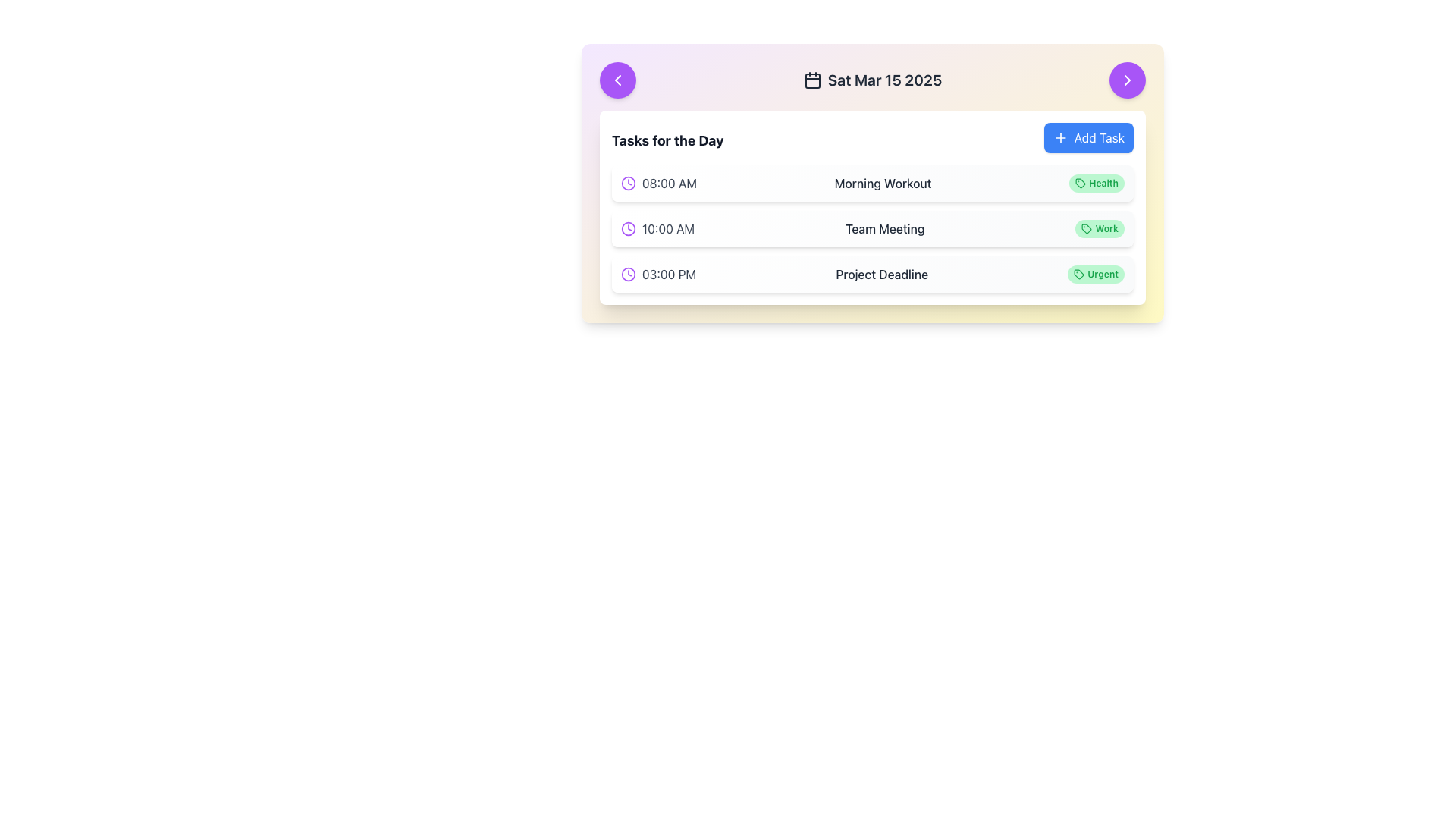 This screenshot has width=1456, height=819. What do you see at coordinates (629, 228) in the screenshot?
I see `the circular purple clock icon located to the left of the text '10:00 AM', which is part of the schedule under 'Tasks for the Day'` at bounding box center [629, 228].